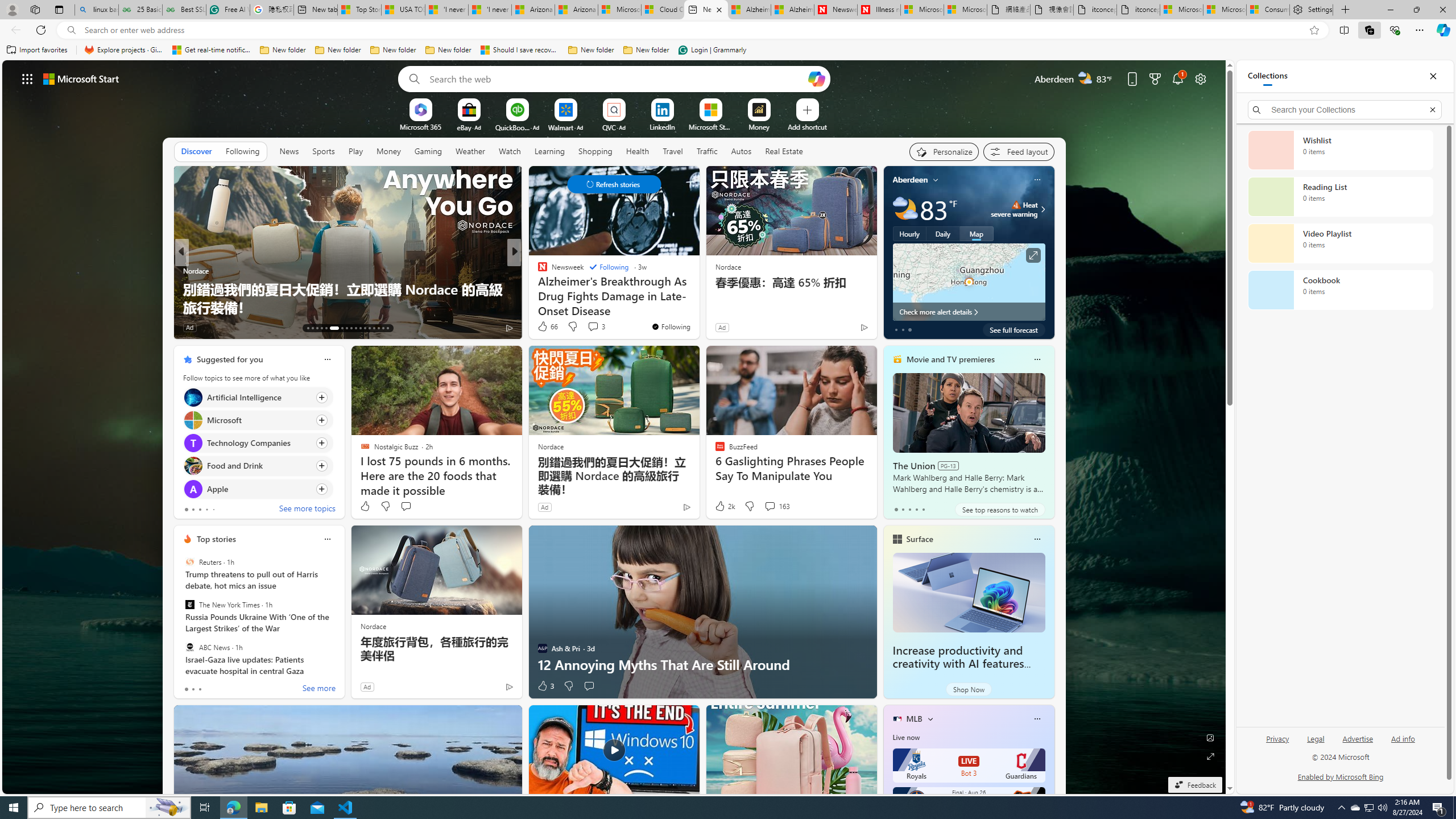 Image resolution: width=1456 pixels, height=819 pixels. What do you see at coordinates (599, 327) in the screenshot?
I see `'View comments 115 Comment'` at bounding box center [599, 327].